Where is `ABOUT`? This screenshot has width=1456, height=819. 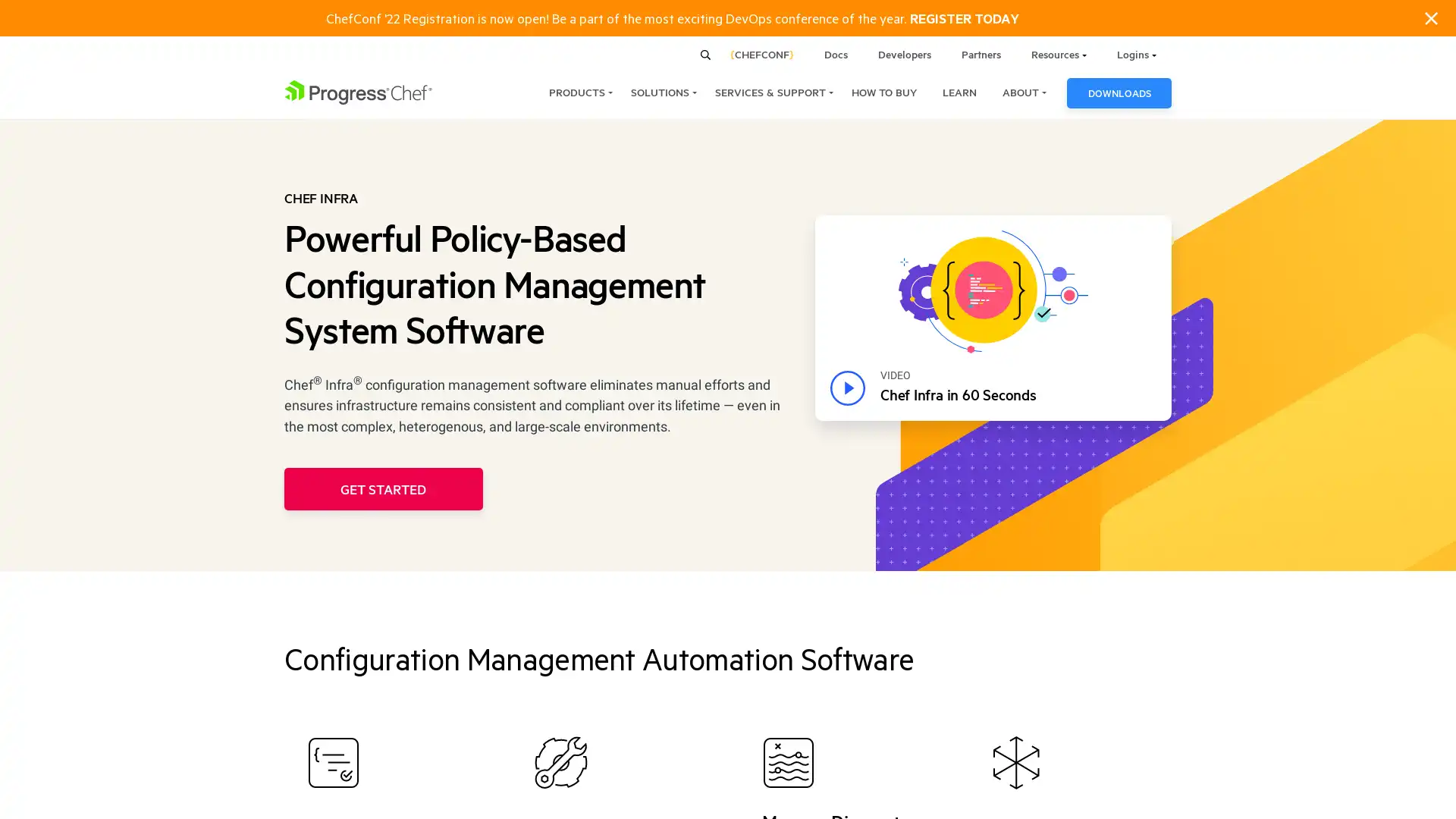
ABOUT is located at coordinates (1020, 93).